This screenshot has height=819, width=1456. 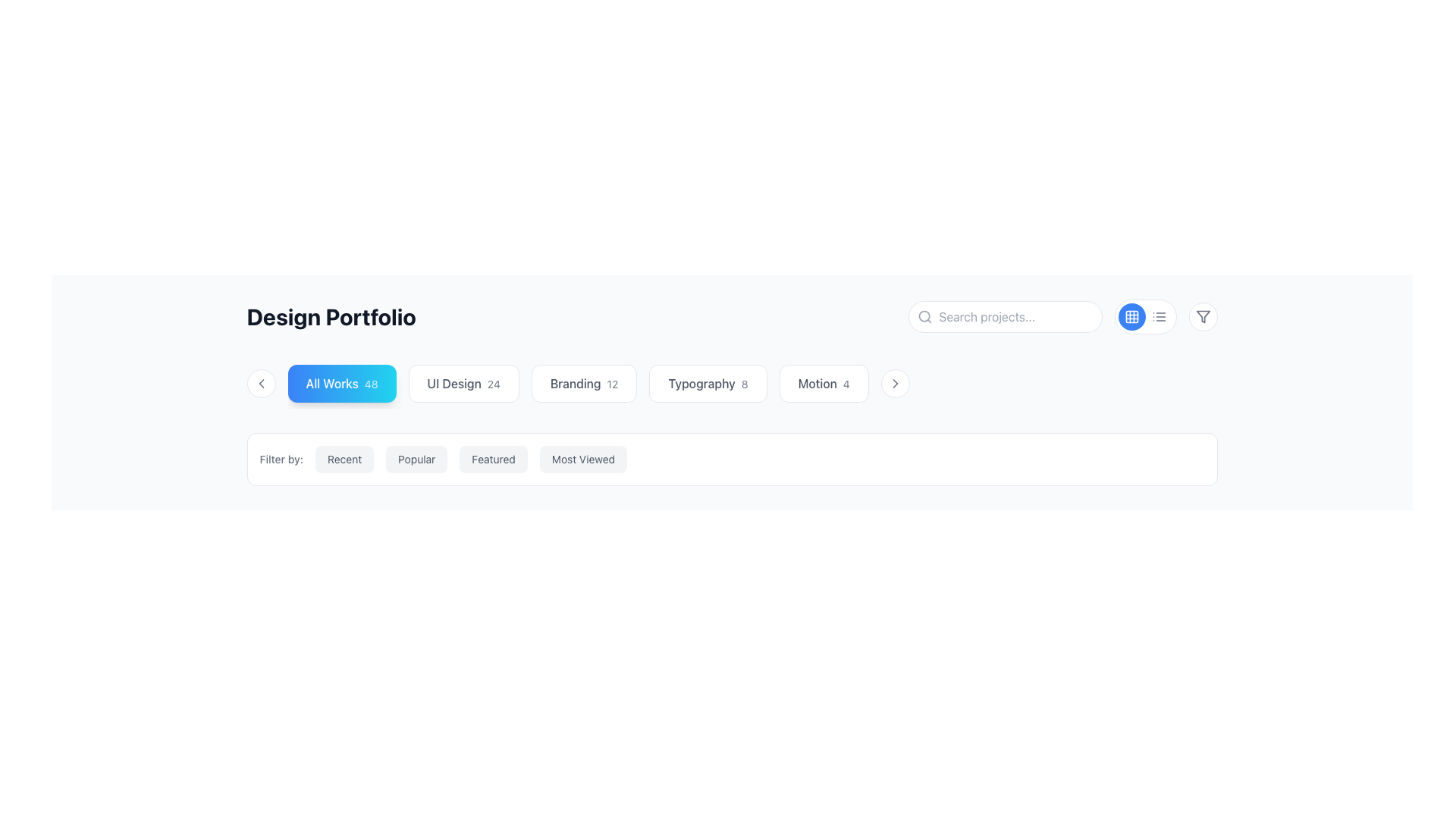 I want to click on the Text Label that indicates a category or section related to UI Design, located in a horizontal list of selectable options near the numerical indicator '24', so click(x=453, y=382).